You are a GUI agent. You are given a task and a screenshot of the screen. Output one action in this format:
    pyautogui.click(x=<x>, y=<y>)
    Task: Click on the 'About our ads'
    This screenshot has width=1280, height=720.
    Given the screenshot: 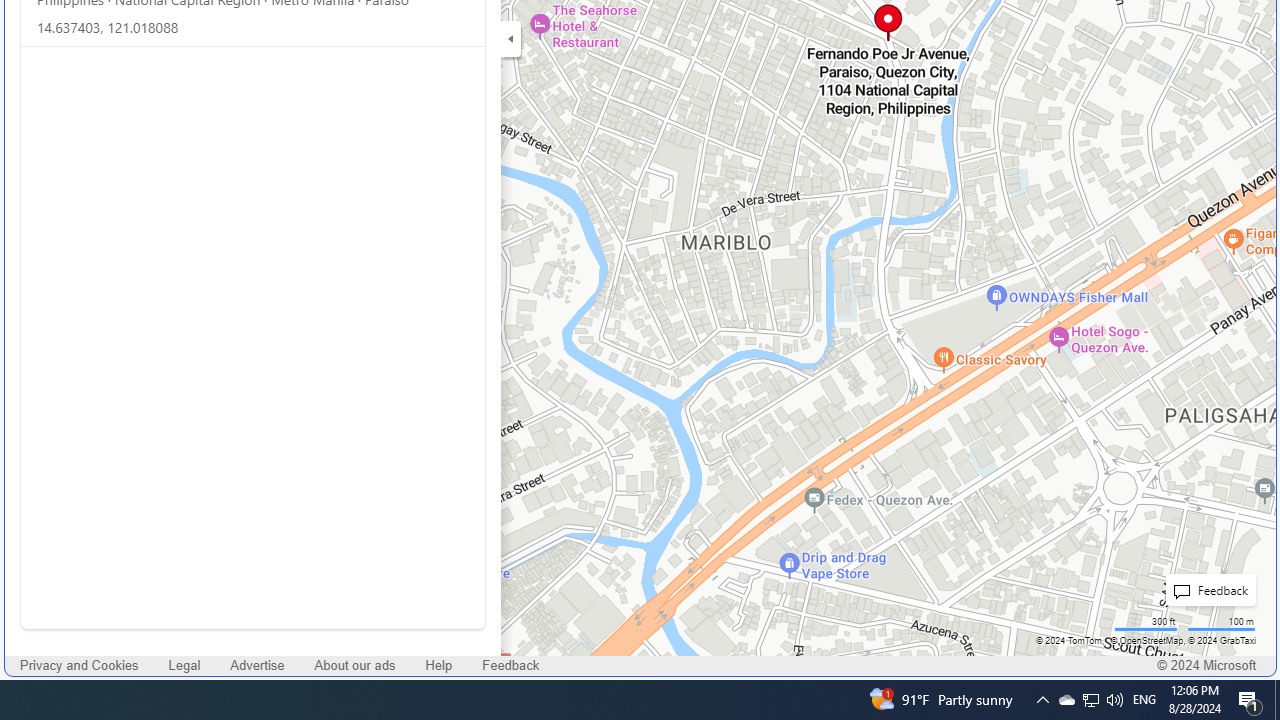 What is the action you would take?
    pyautogui.click(x=355, y=666)
    